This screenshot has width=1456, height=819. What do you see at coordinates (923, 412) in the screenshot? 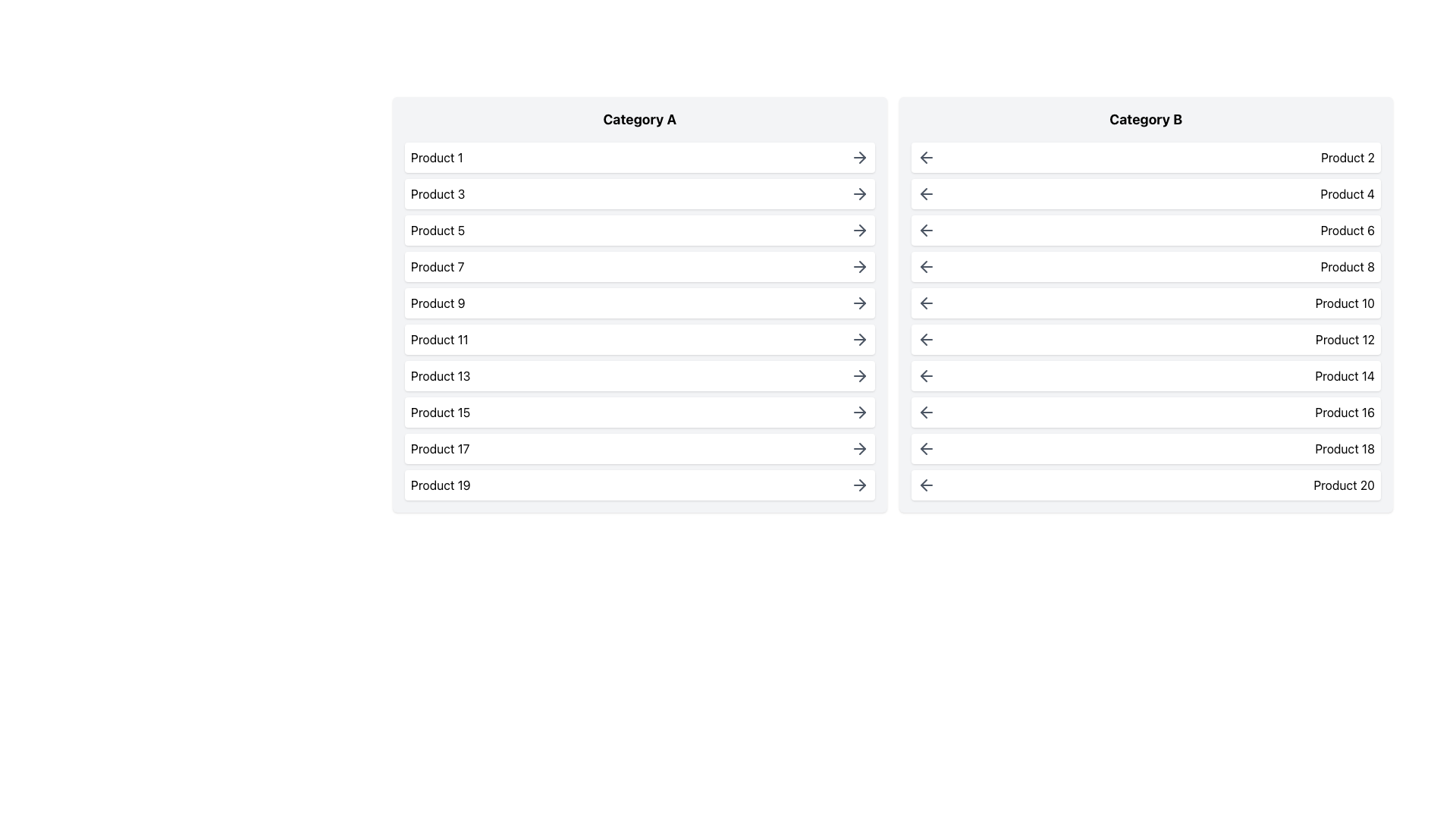
I see `the leftward navigation icon located in the right panel under 'Category B' section, next to 'Product 16'` at bounding box center [923, 412].